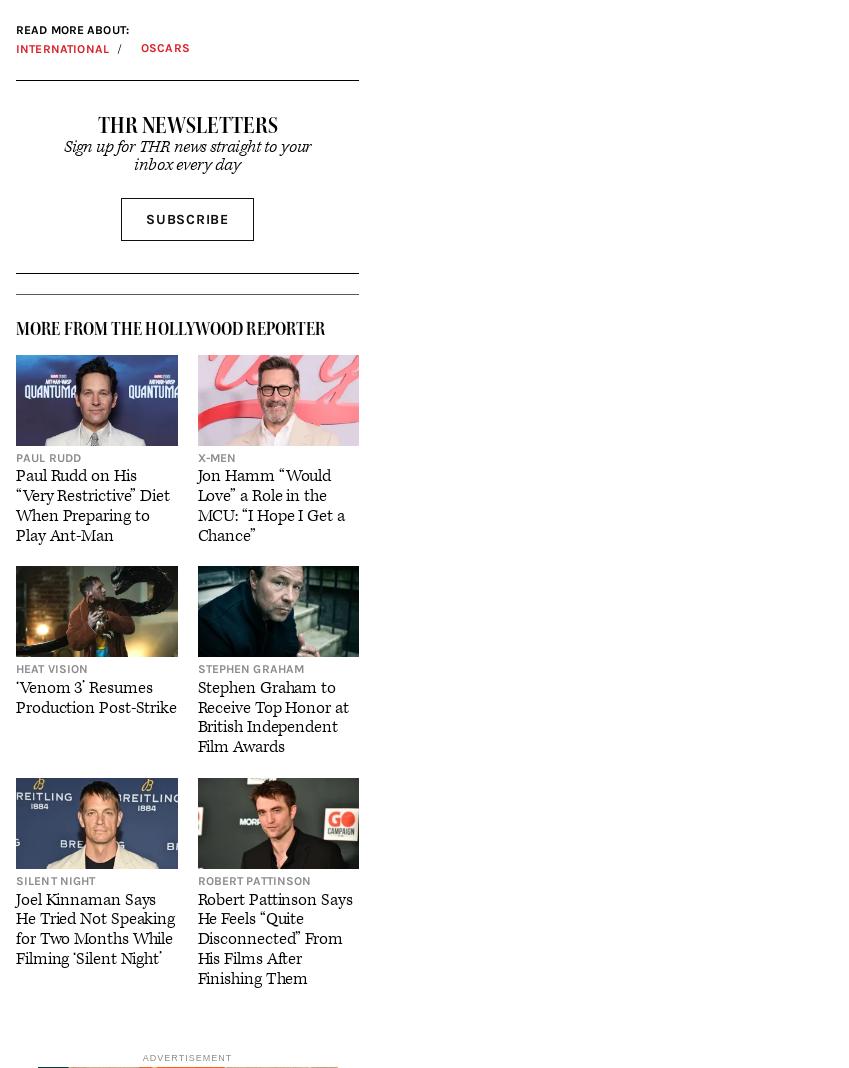 The width and height of the screenshot is (849, 1068). What do you see at coordinates (170, 326) in the screenshot?
I see `'More from The Hollywood Reporter'` at bounding box center [170, 326].